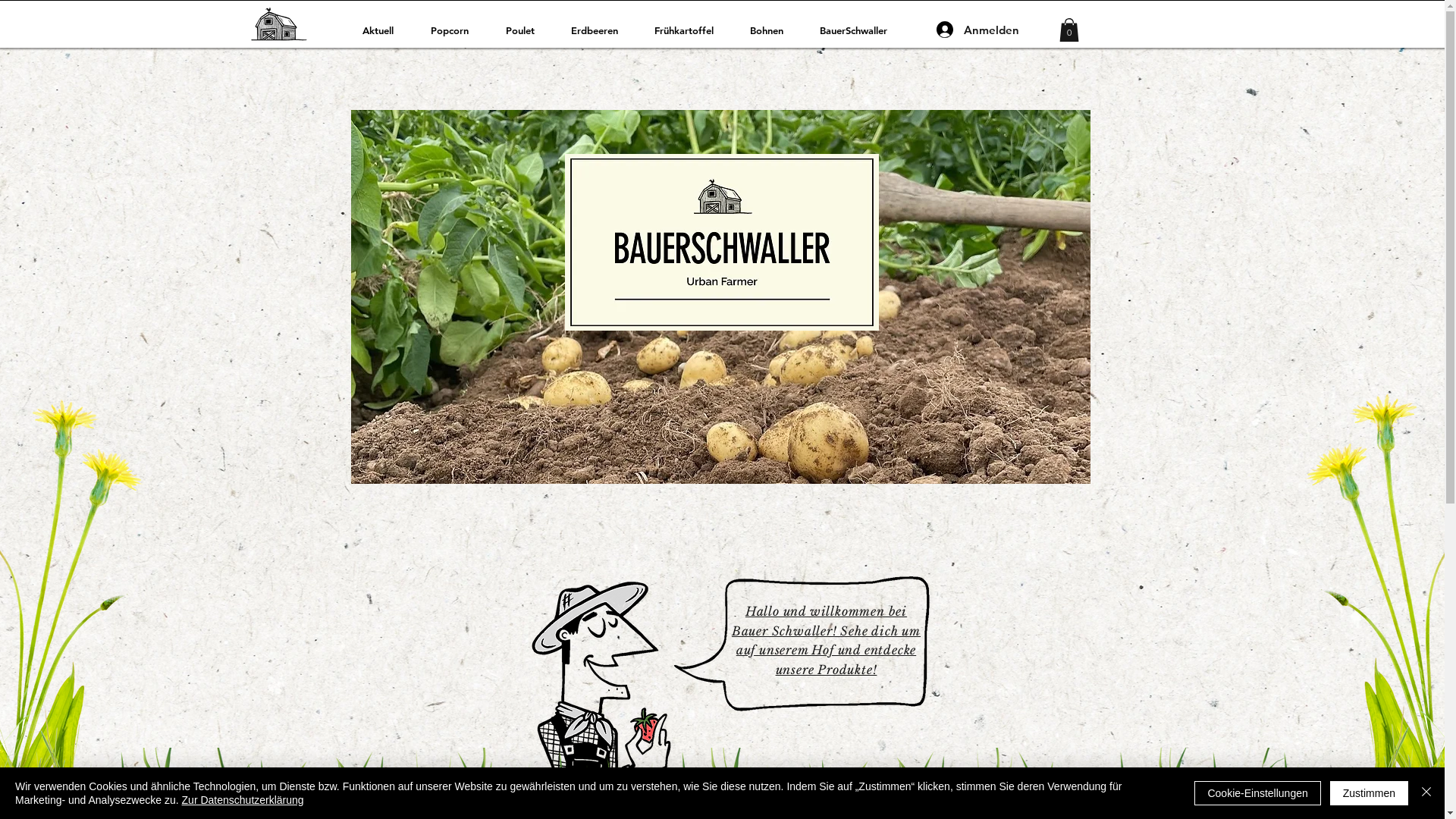 The height and width of the screenshot is (819, 1456). I want to click on 'Aktuell', so click(384, 30).